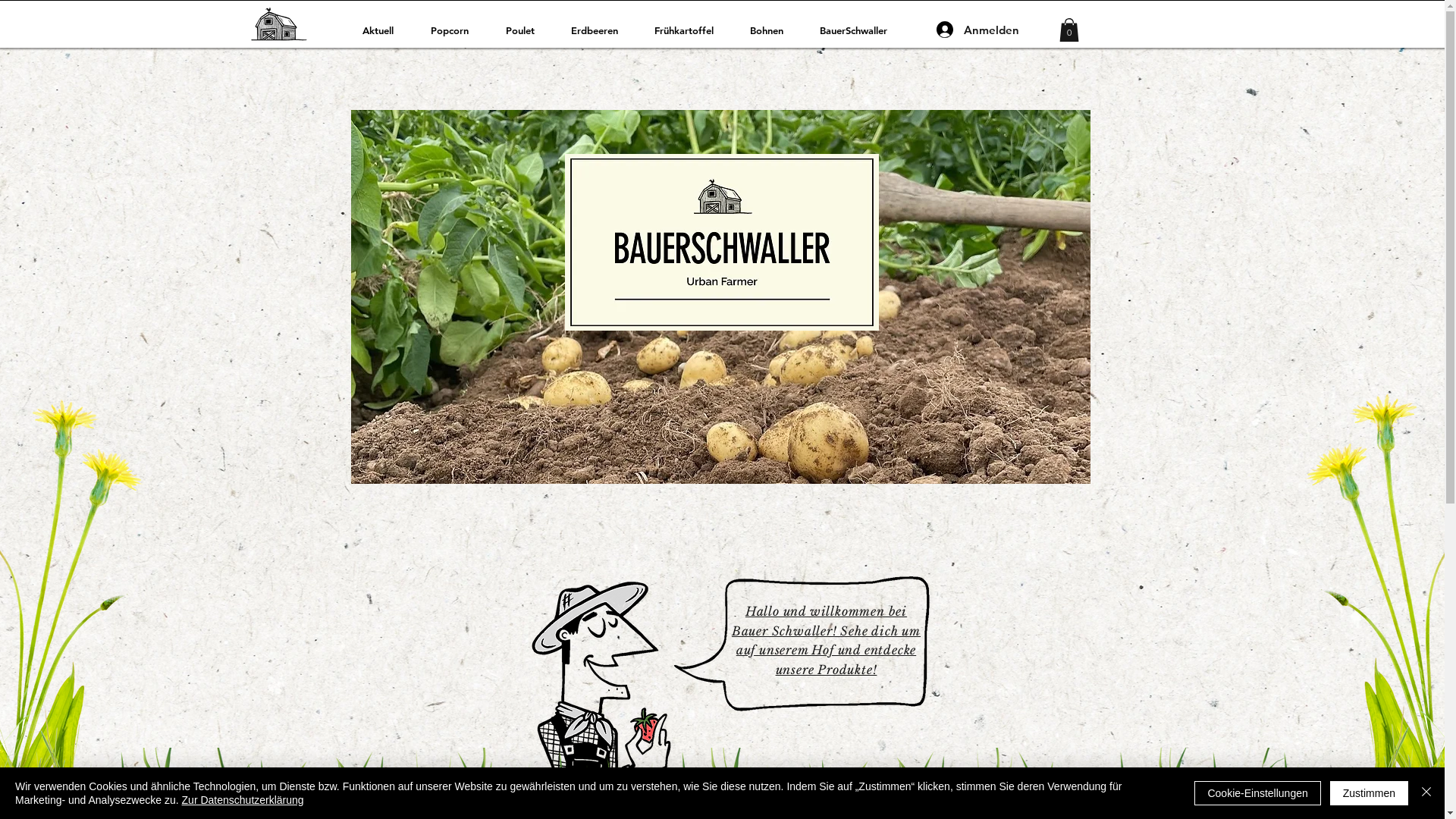 The height and width of the screenshot is (819, 1456). I want to click on 'Aktuell', so click(384, 30).